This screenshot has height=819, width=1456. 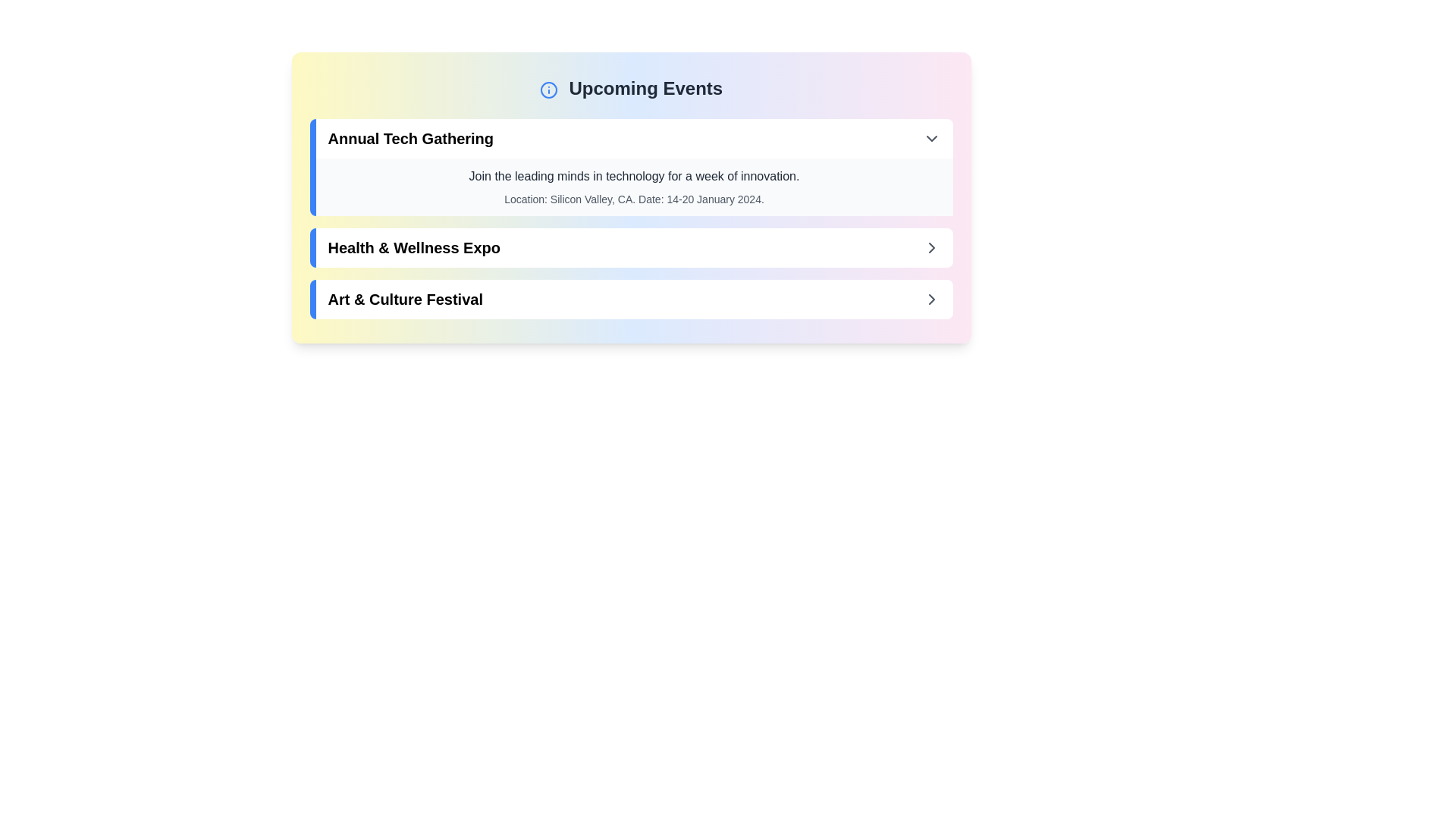 I want to click on text content displayed in a smaller, gray font below the title and description of the 'Annual Tech Gathering' section, which states 'Location: Silicon Valley, CA. Date: 14-20 January 2024.', so click(x=634, y=198).